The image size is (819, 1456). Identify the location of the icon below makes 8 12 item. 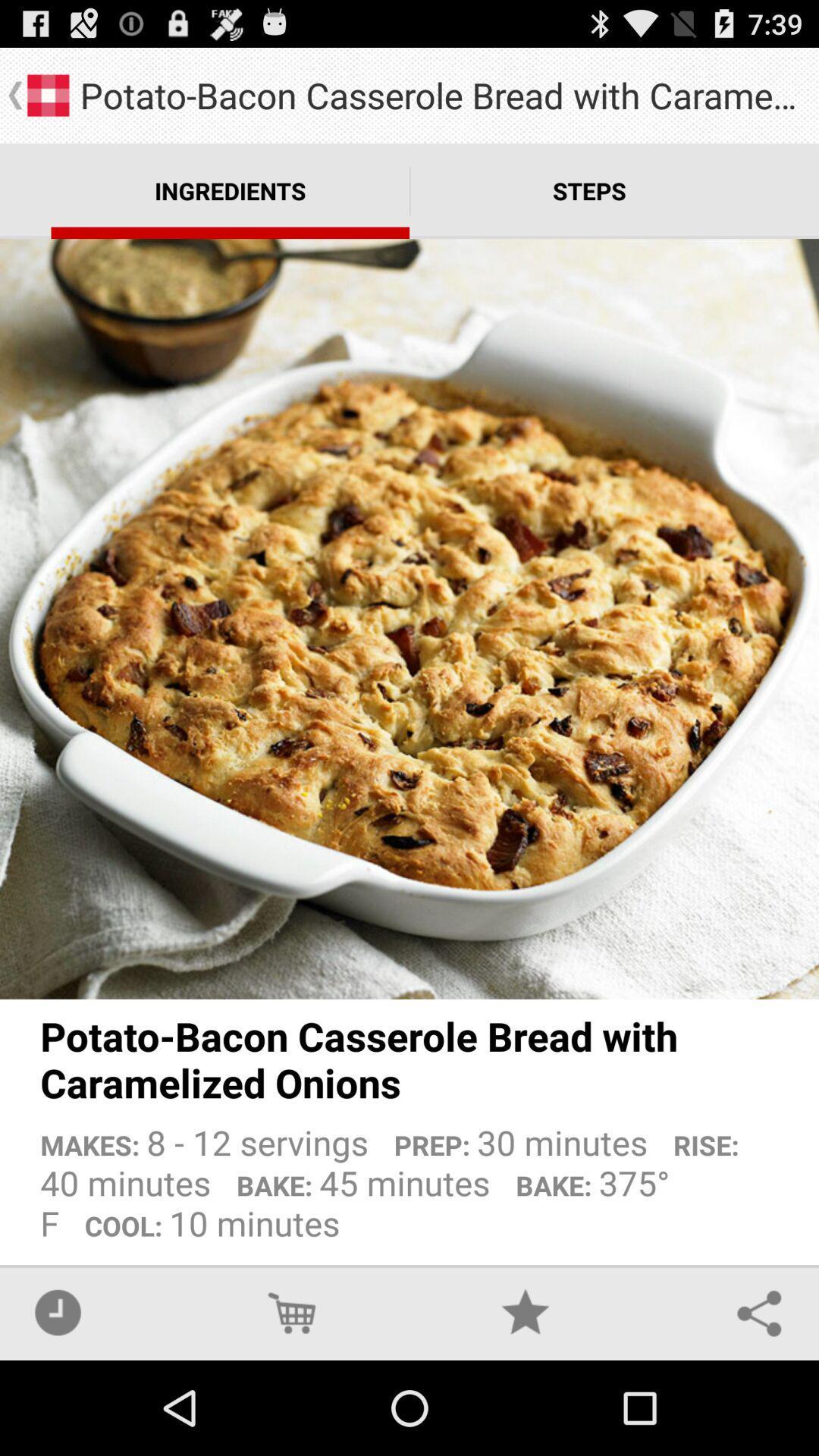
(525, 1312).